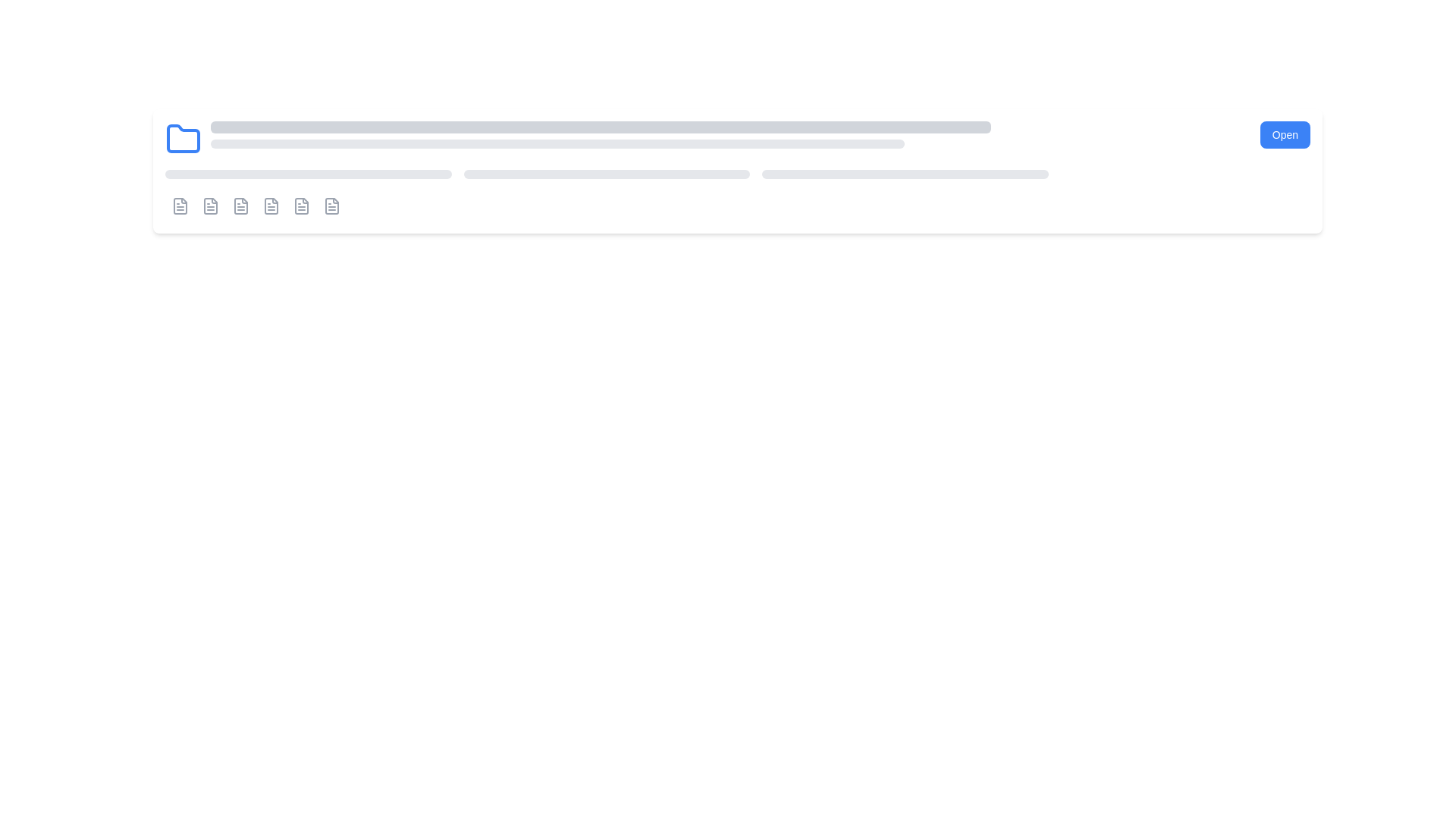  I want to click on the blue folder icon located at the far left of the horizontal section, which is the first element in the layout, so click(182, 140).